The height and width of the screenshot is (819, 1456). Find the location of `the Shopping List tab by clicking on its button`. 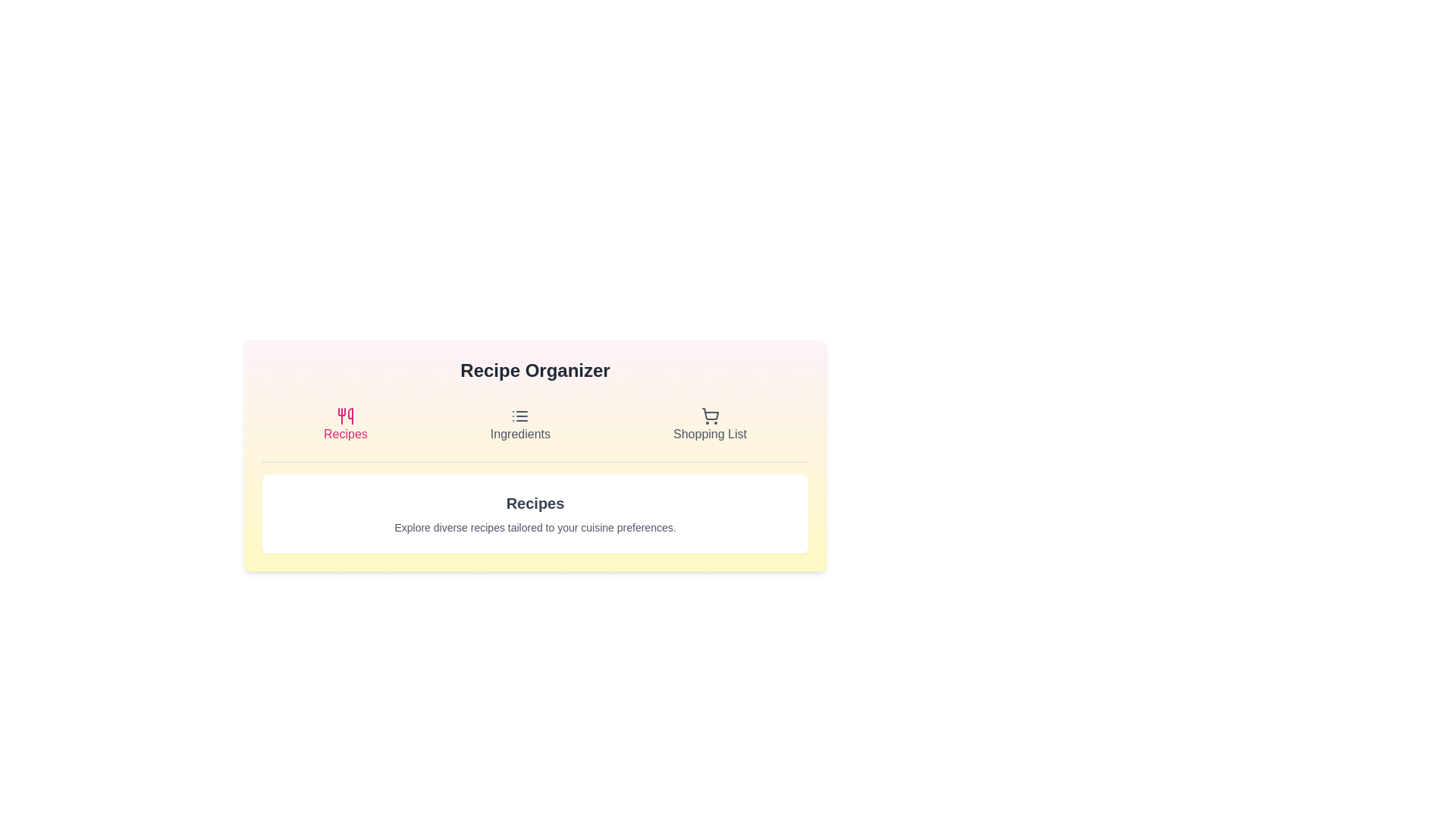

the Shopping List tab by clicking on its button is located at coordinates (709, 425).